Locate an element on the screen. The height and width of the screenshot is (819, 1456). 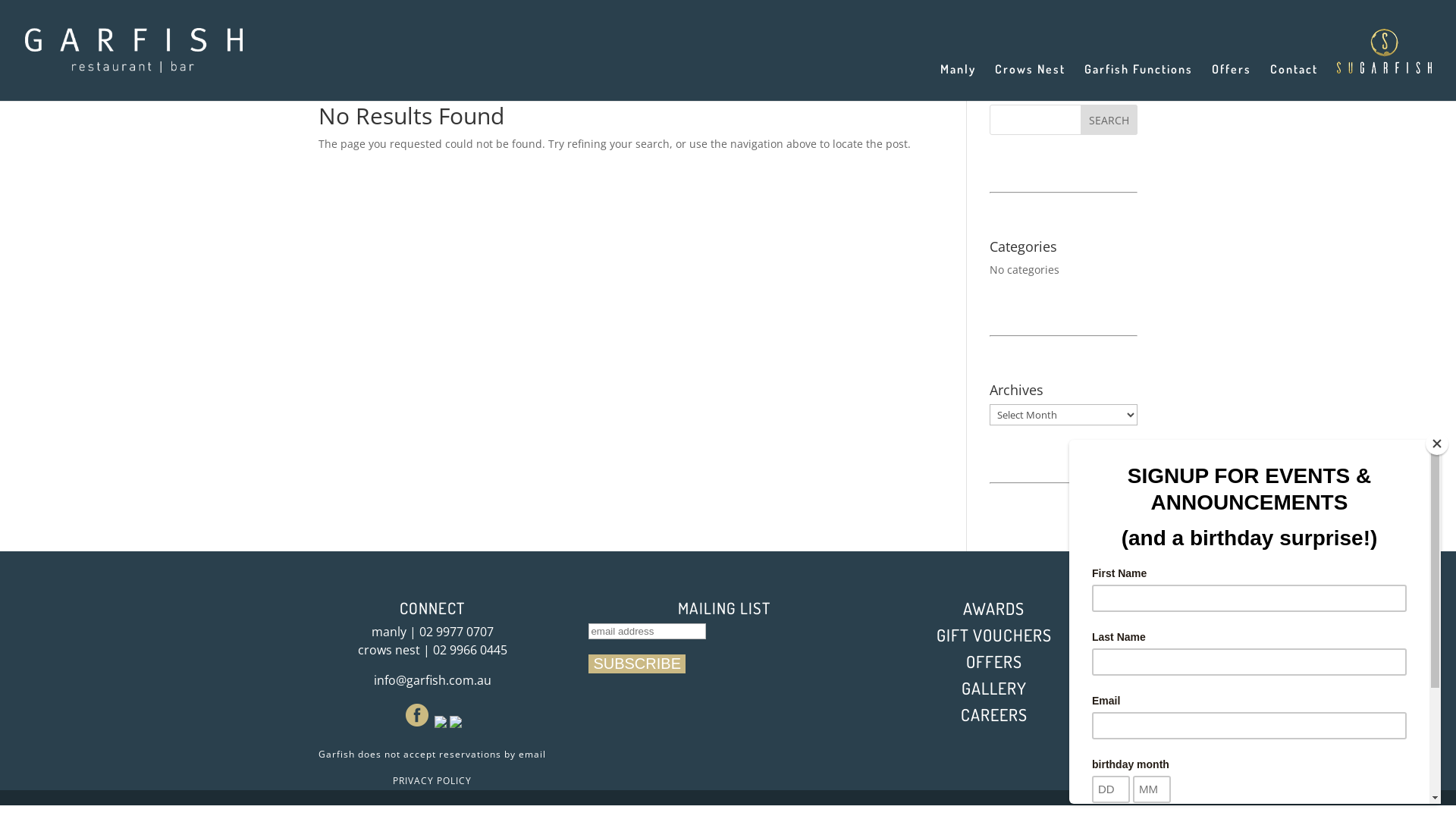
'info@garfish.com.au' is located at coordinates (431, 679).